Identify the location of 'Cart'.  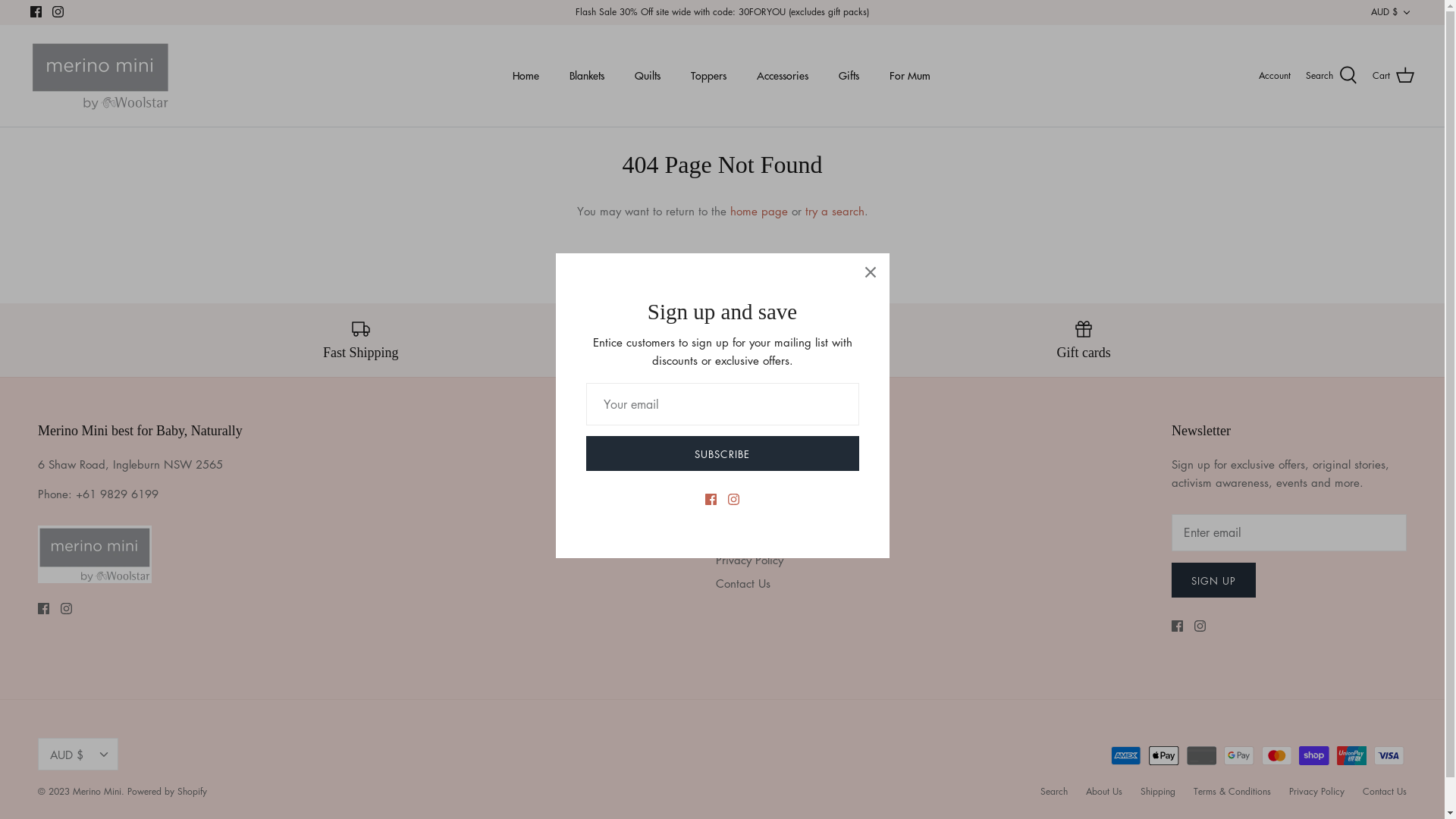
(1393, 76).